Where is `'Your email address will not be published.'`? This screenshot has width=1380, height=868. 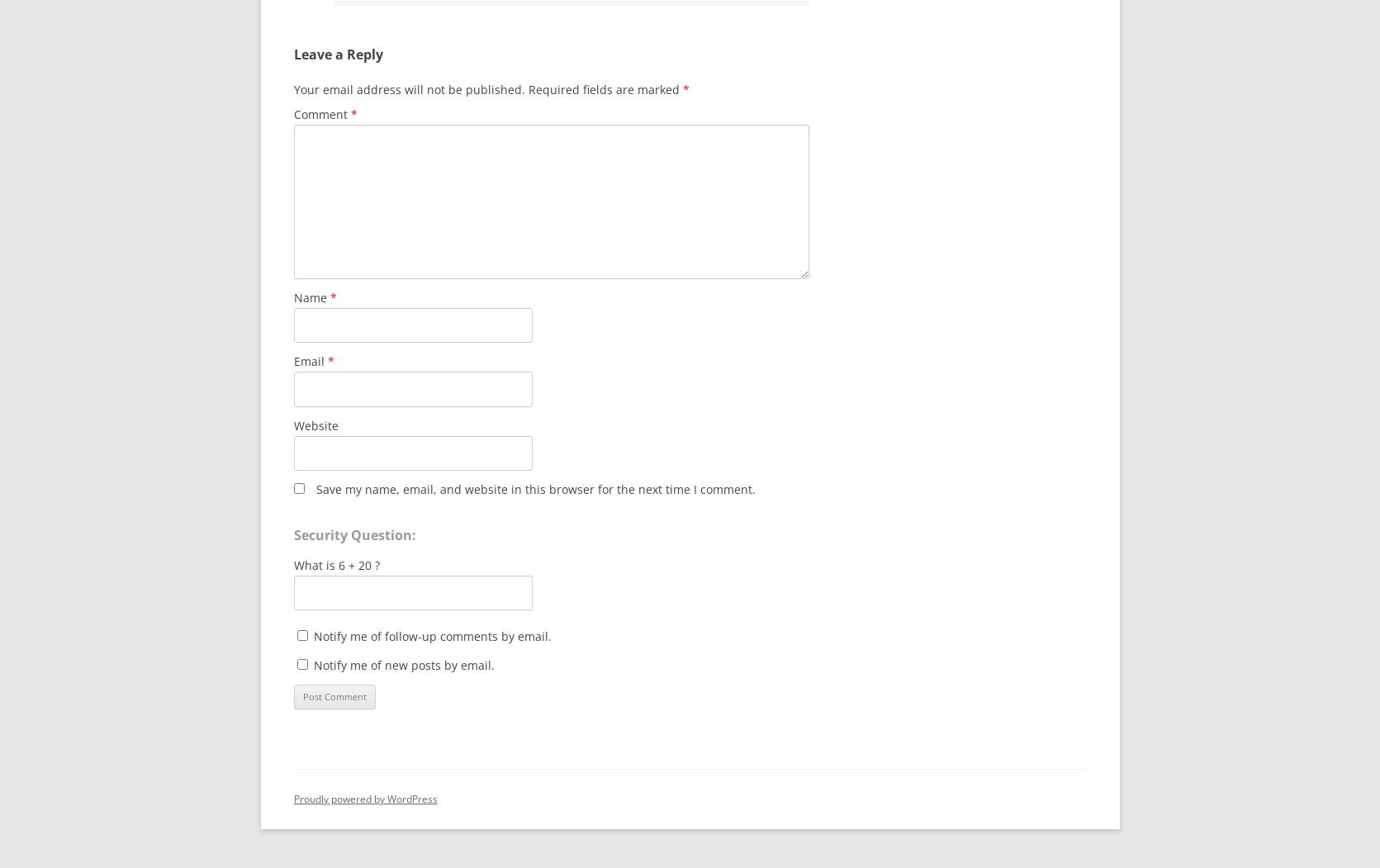
'Your email address will not be published.' is located at coordinates (407, 89).